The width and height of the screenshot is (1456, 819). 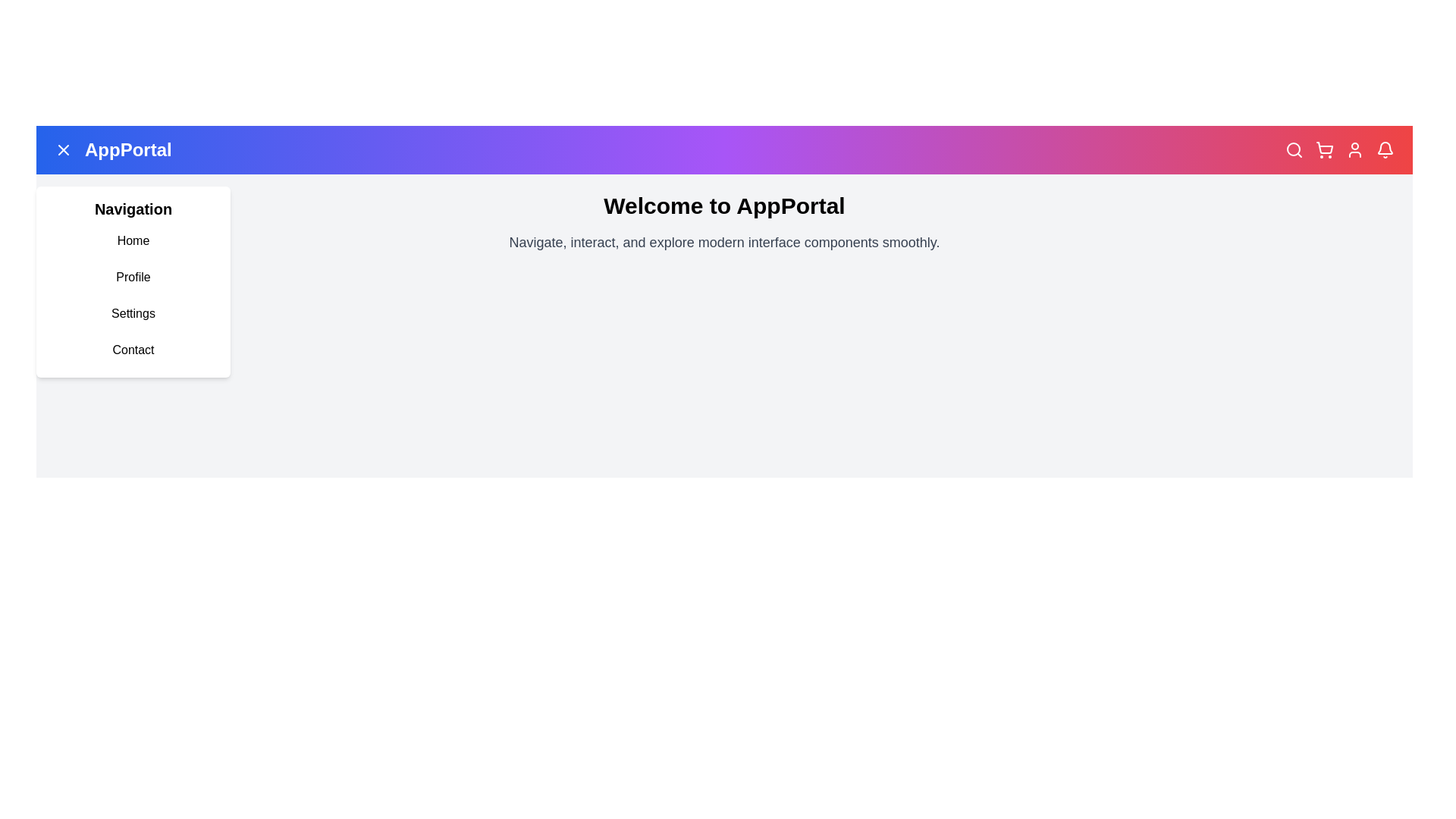 I want to click on the second button in the vertical navigation list, so click(x=133, y=278).